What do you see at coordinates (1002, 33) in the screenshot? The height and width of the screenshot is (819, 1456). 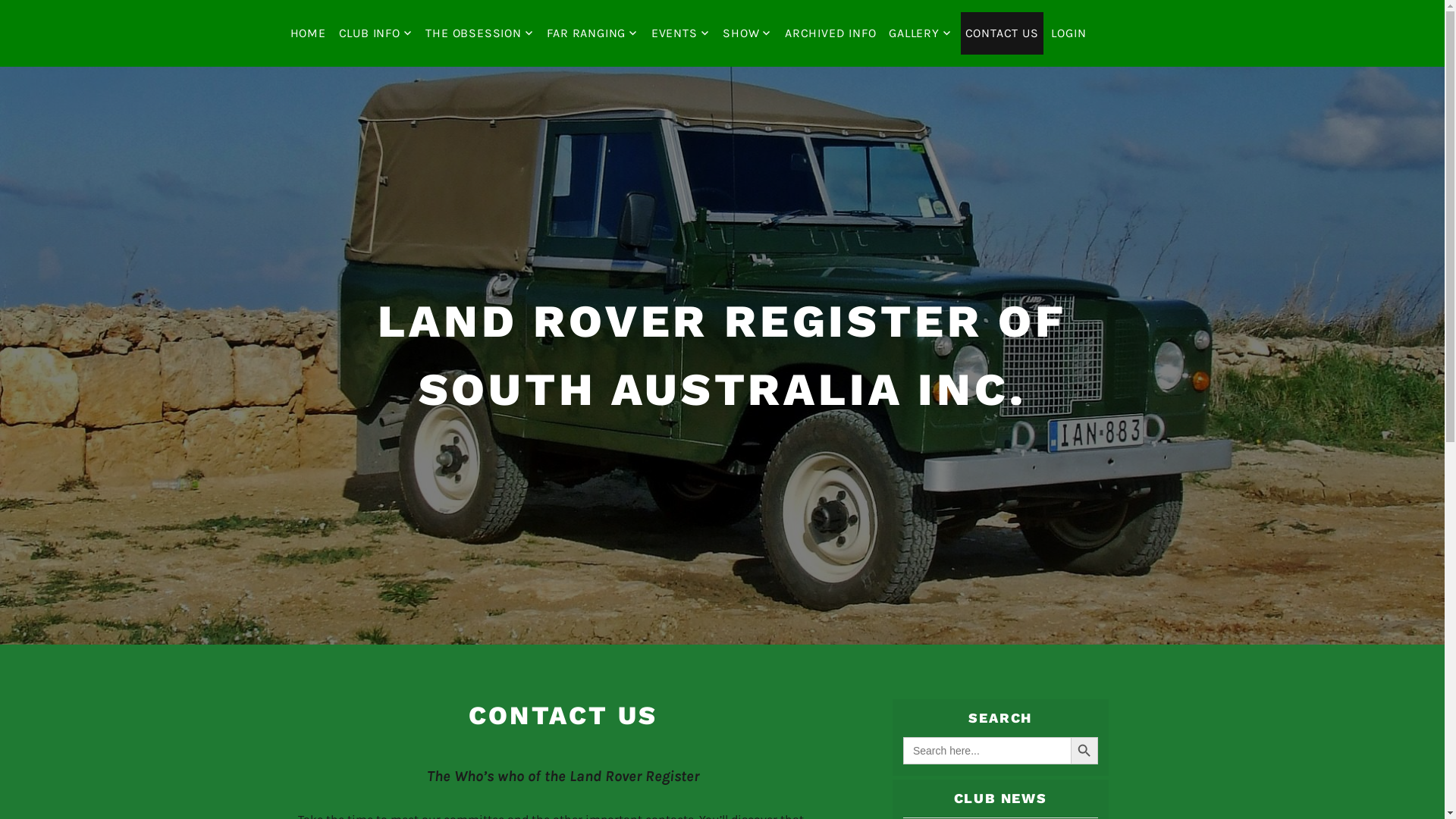 I see `'CONTACT US'` at bounding box center [1002, 33].